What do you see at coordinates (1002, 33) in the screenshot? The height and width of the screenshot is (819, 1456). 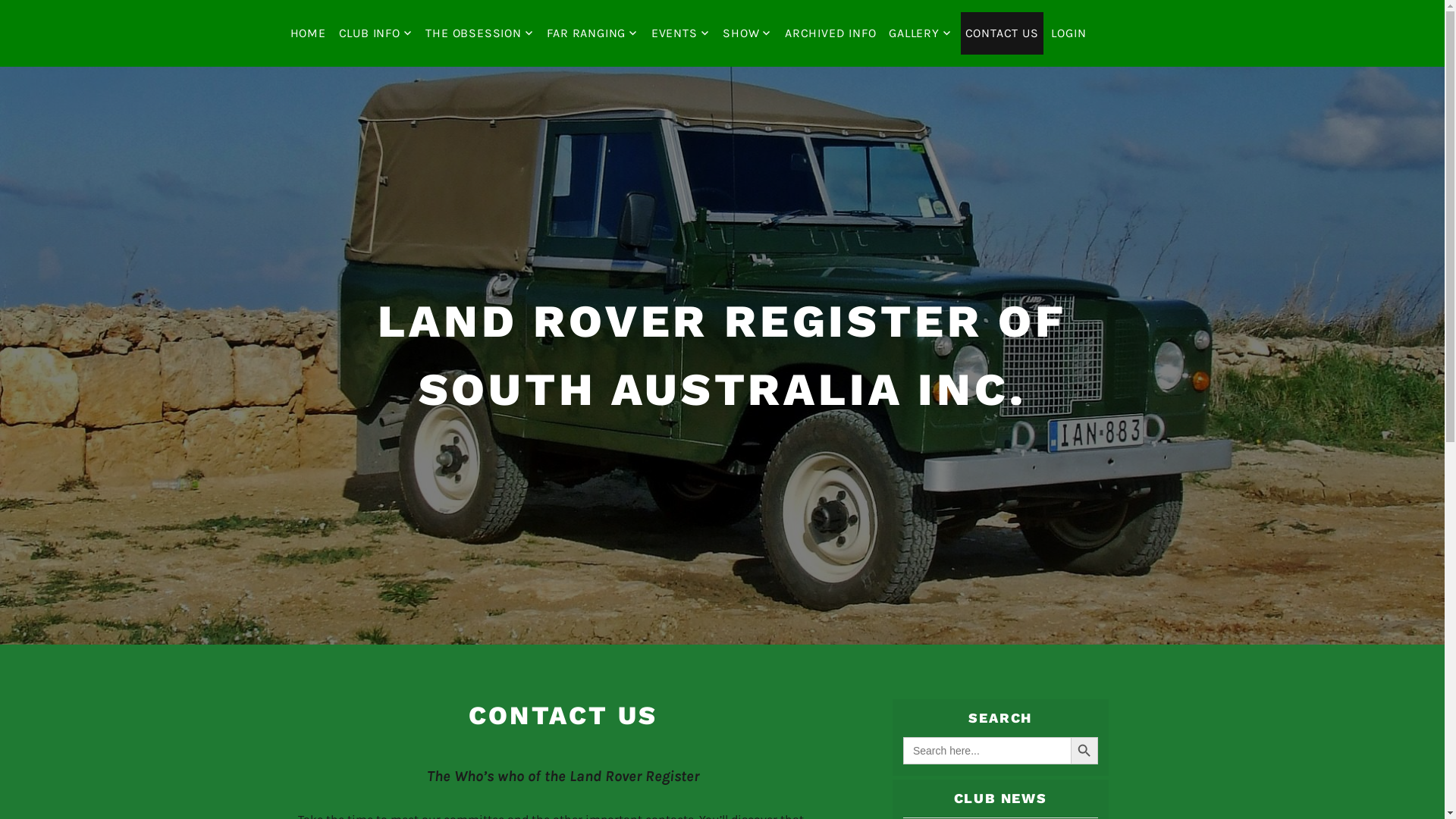 I see `'CONTACT US'` at bounding box center [1002, 33].